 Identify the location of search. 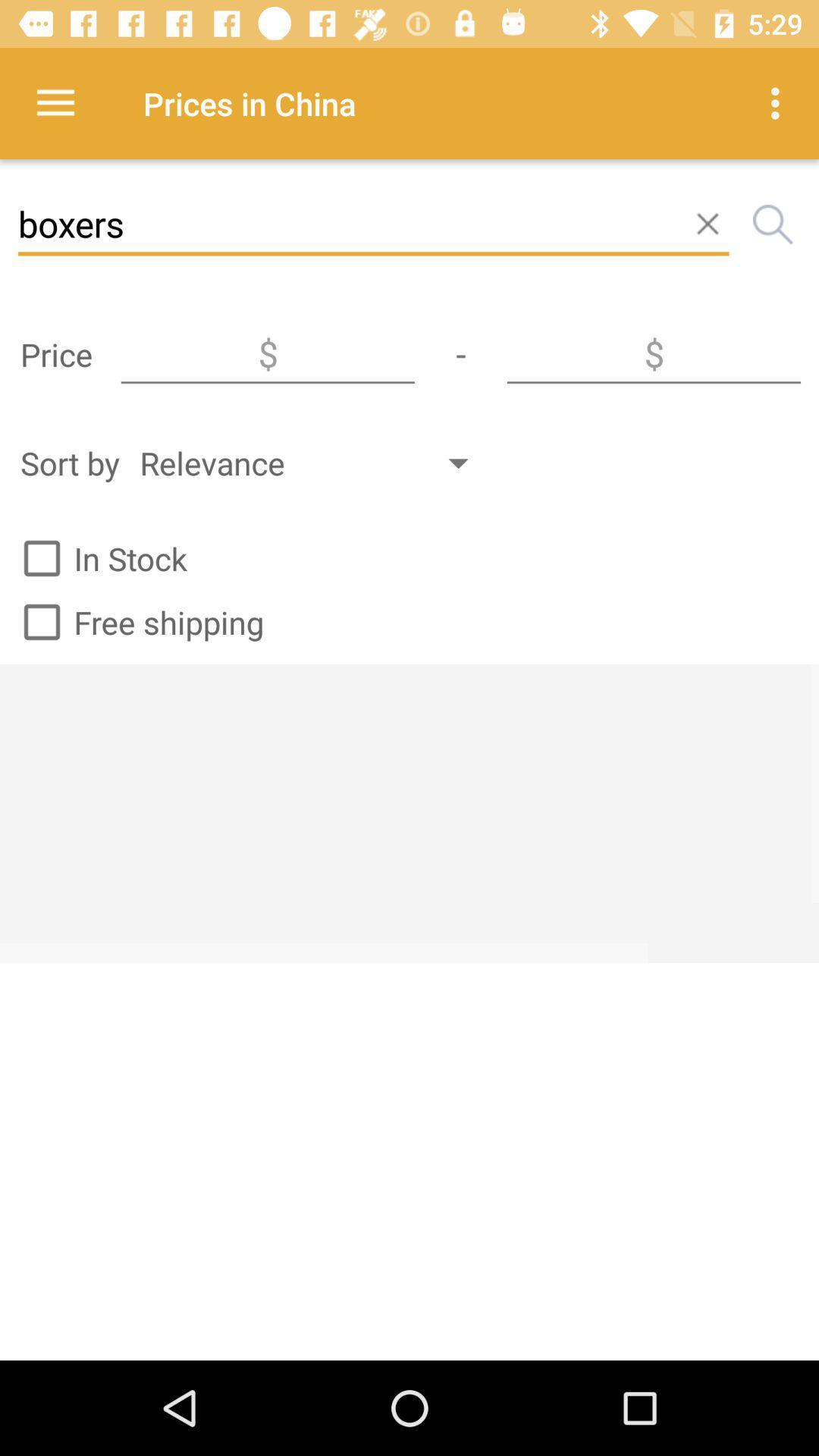
(773, 224).